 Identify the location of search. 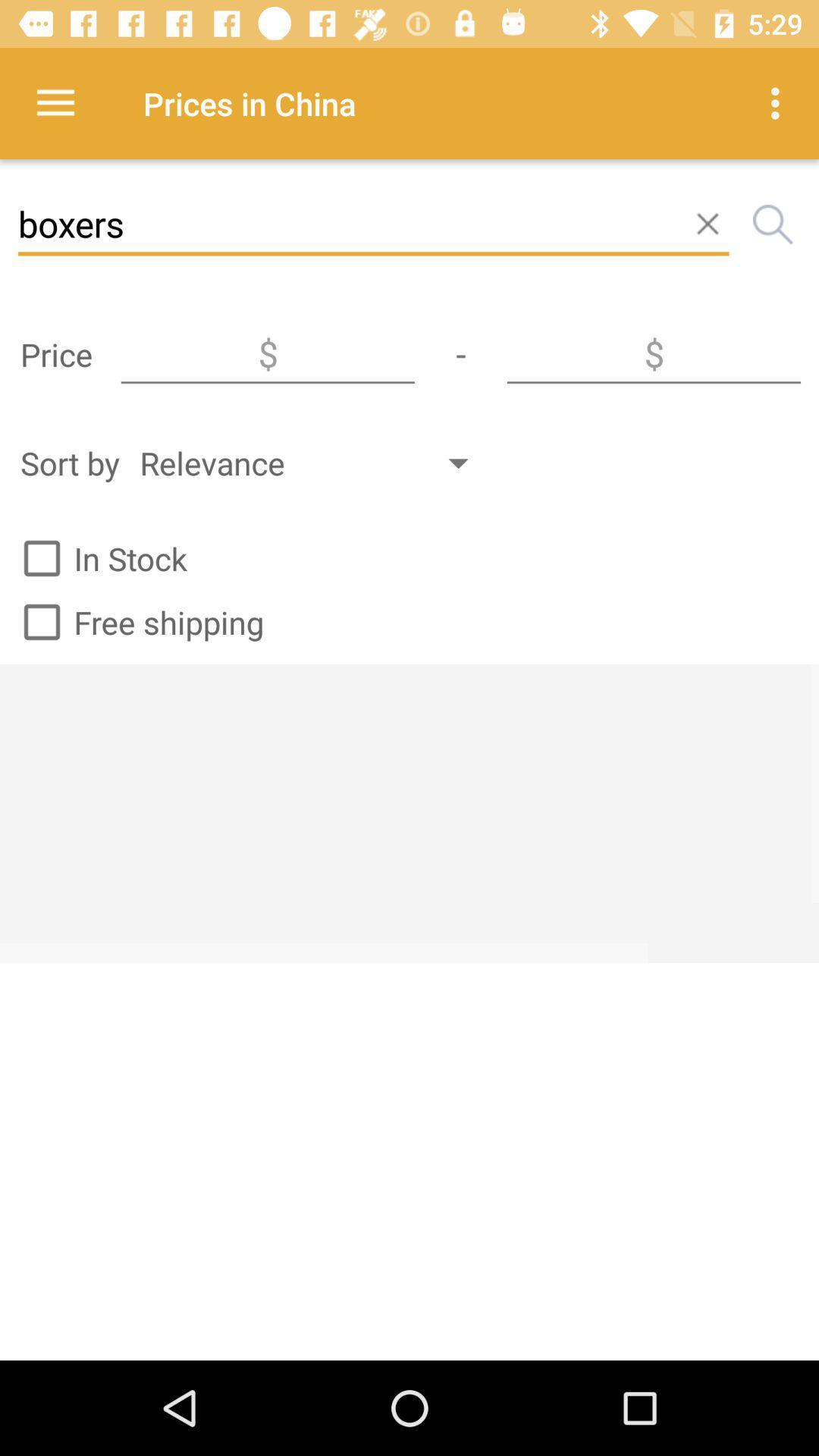
(773, 224).